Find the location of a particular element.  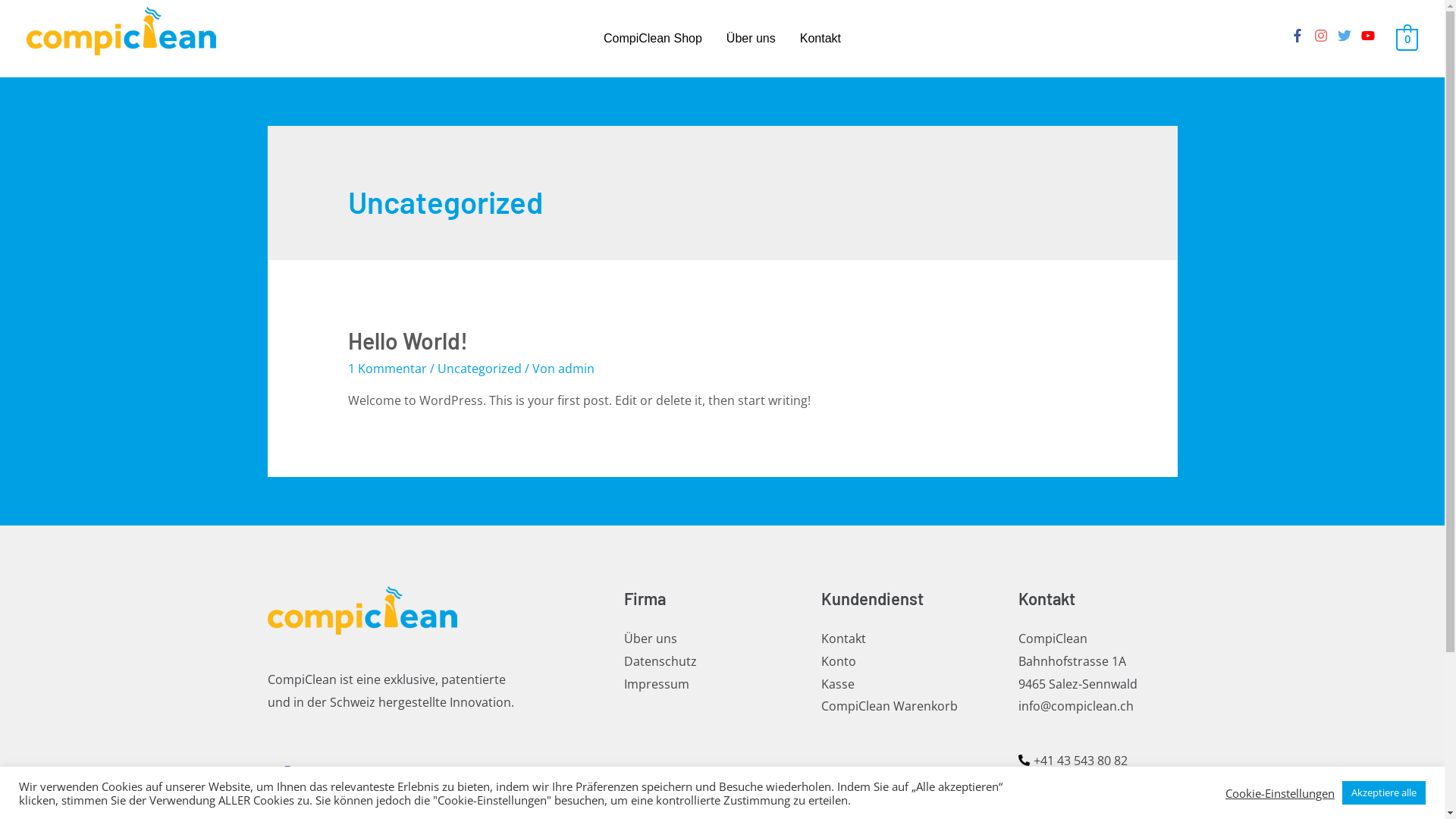

'1 Kommentar' is located at coordinates (387, 369).